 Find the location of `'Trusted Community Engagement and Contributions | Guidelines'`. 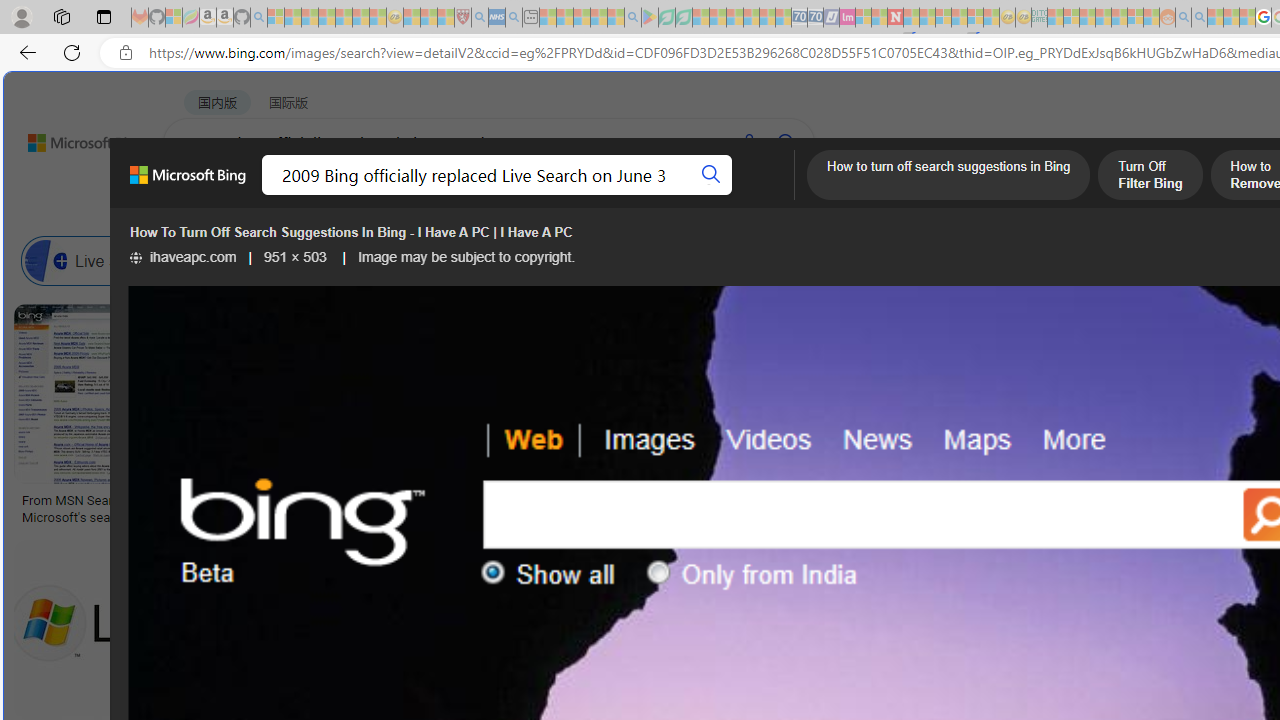

'Trusted Community Engagement and Contributions | Guidelines' is located at coordinates (910, 17).